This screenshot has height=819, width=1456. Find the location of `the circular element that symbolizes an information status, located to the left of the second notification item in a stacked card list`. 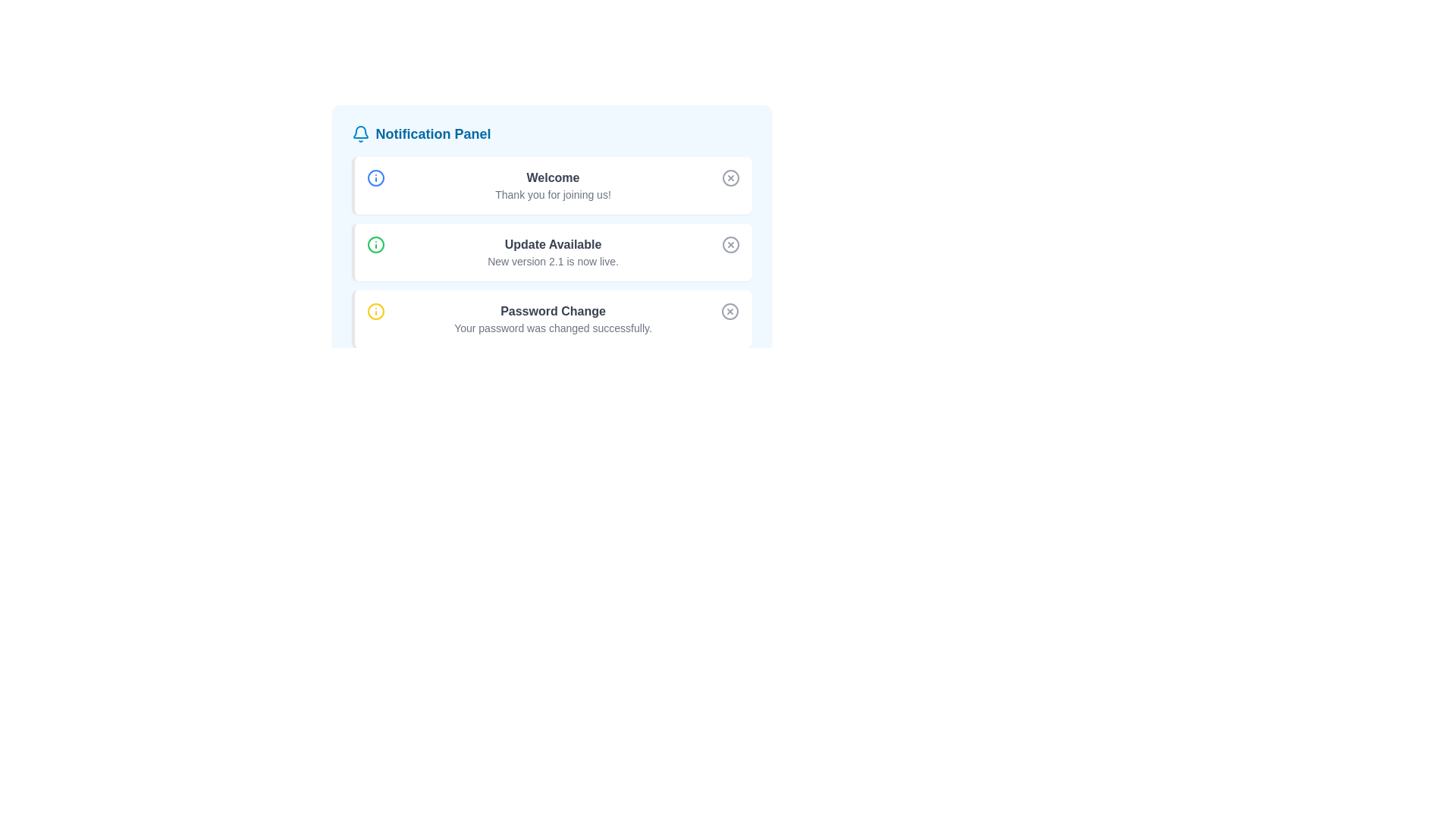

the circular element that symbolizes an information status, located to the left of the second notification item in a stacked card list is located at coordinates (375, 177).